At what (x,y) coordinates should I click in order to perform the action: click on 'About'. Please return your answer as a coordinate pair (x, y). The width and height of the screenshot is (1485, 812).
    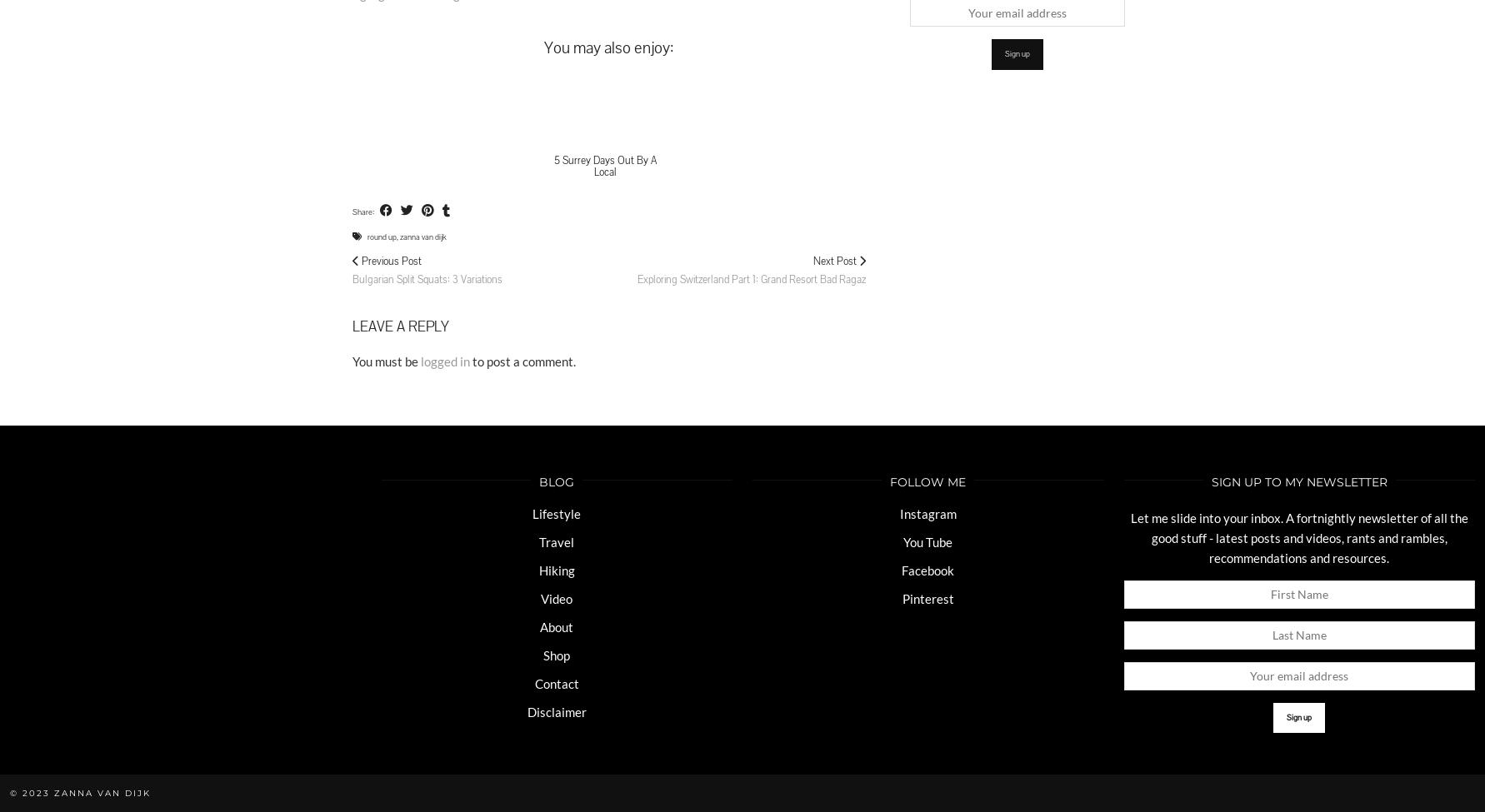
    Looking at the image, I should click on (556, 625).